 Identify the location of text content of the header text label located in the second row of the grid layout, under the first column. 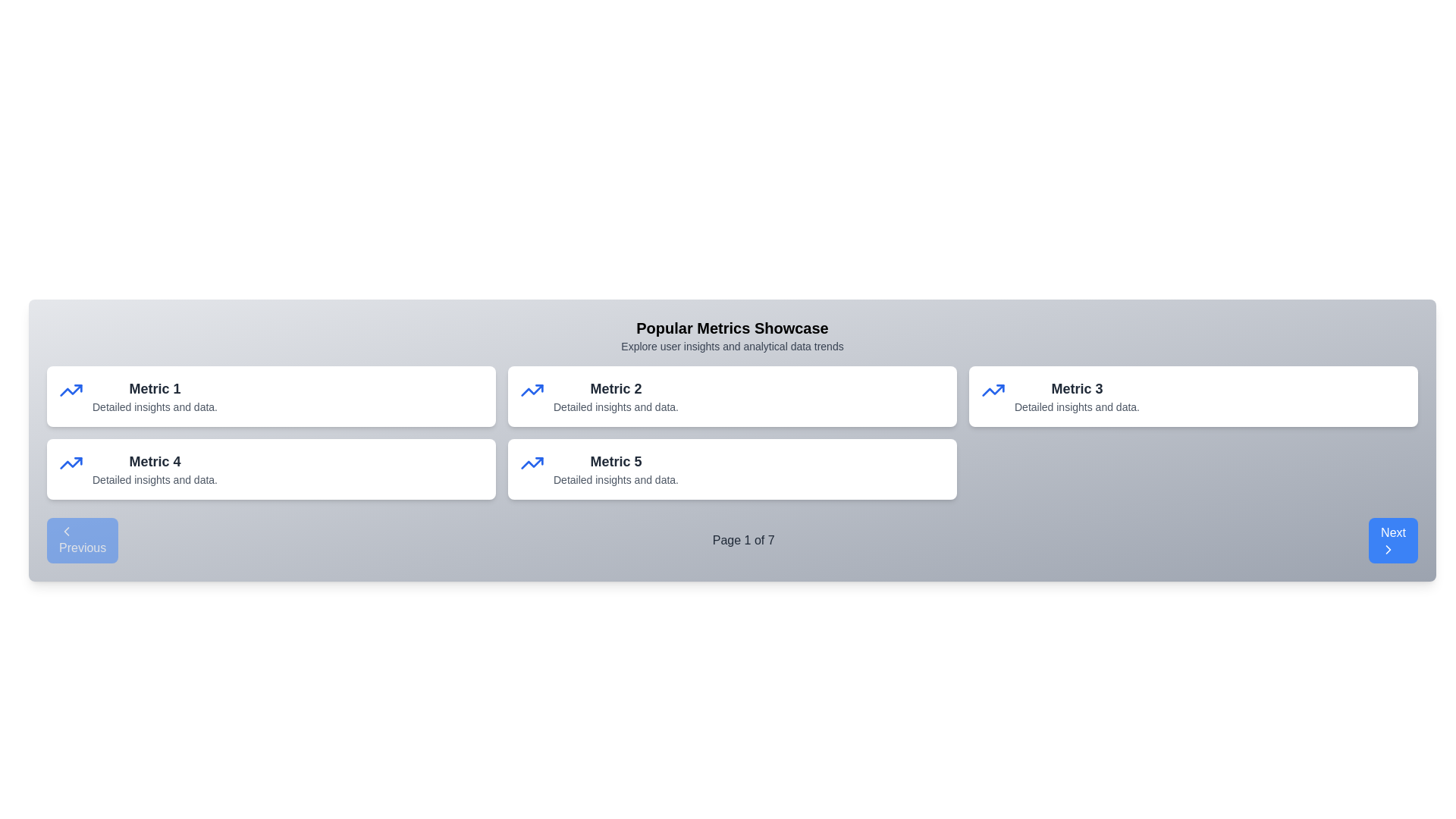
(155, 461).